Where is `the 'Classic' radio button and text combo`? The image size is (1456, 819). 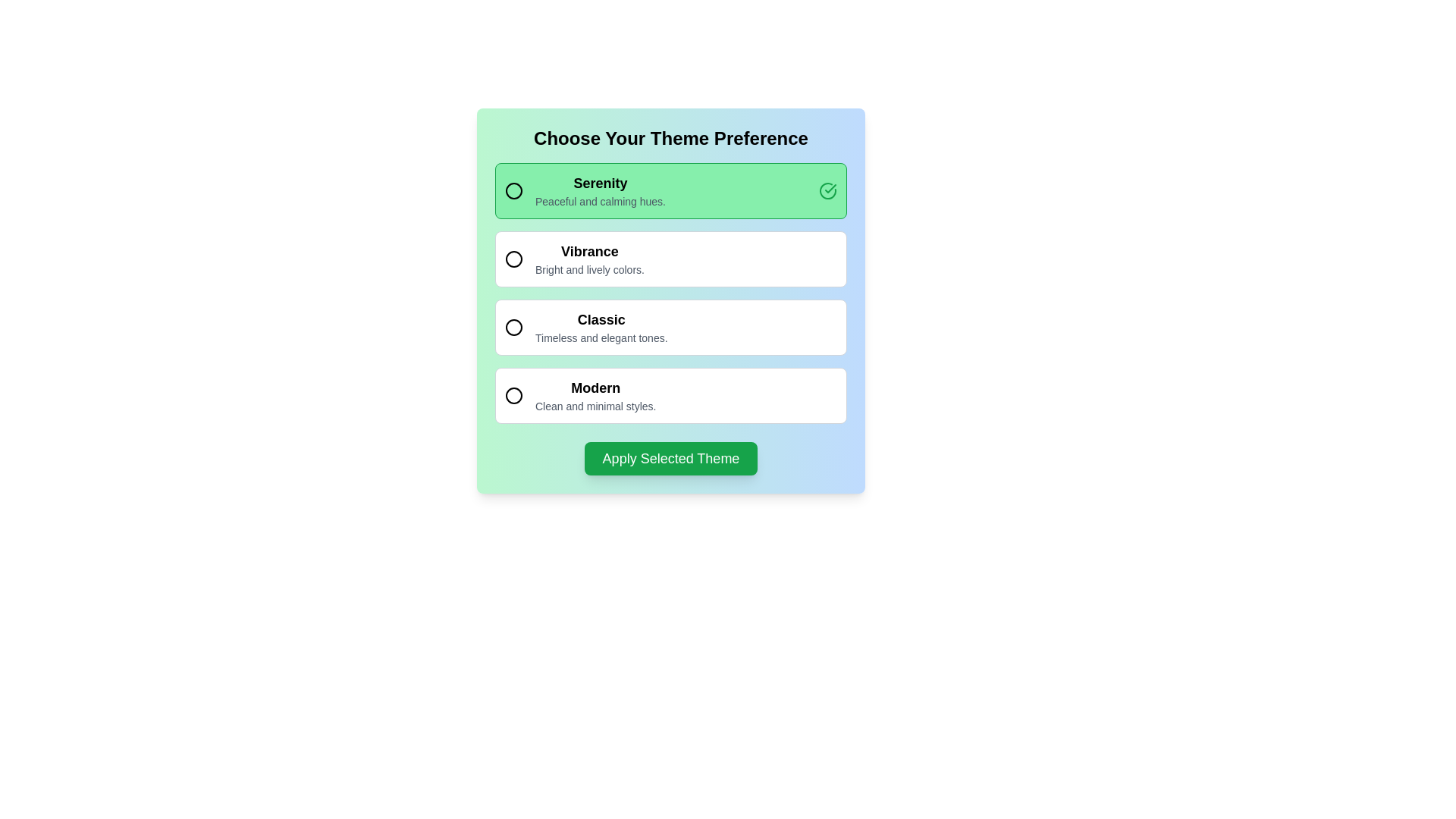
the 'Classic' radio button and text combo is located at coordinates (585, 327).